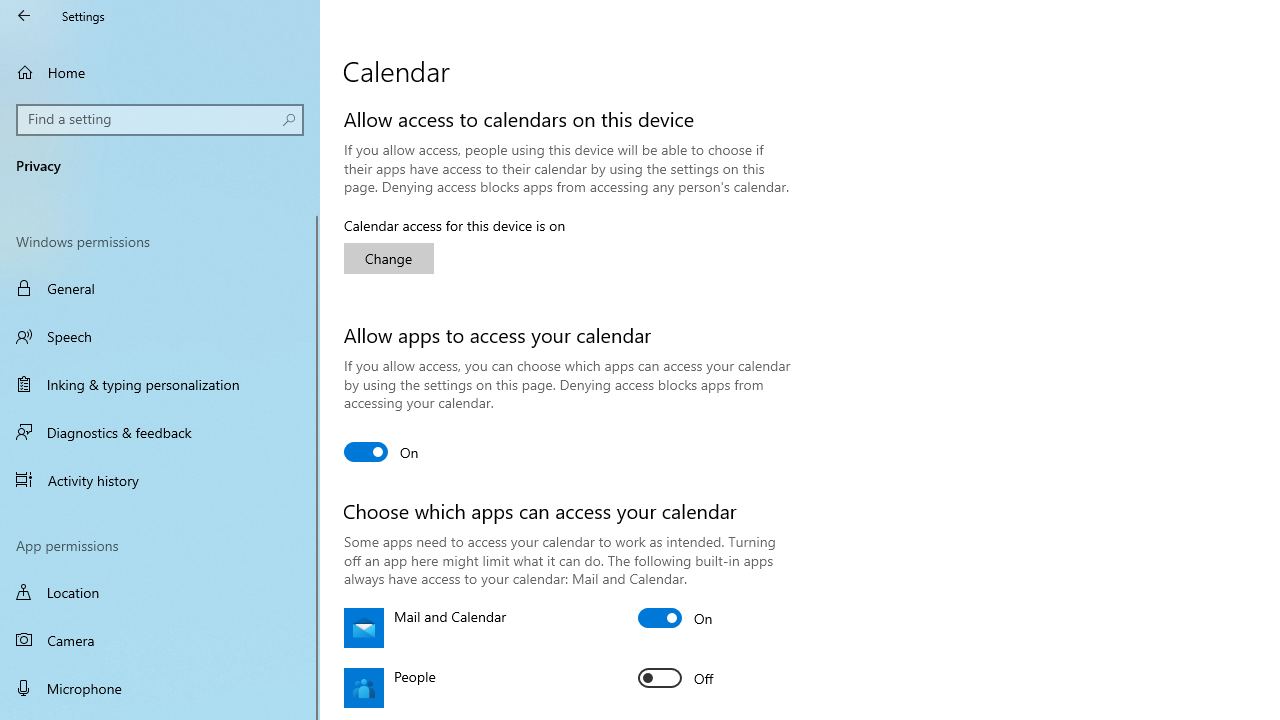 This screenshot has height=720, width=1280. Describe the element at coordinates (675, 617) in the screenshot. I see `'Mail and Calendar'` at that location.